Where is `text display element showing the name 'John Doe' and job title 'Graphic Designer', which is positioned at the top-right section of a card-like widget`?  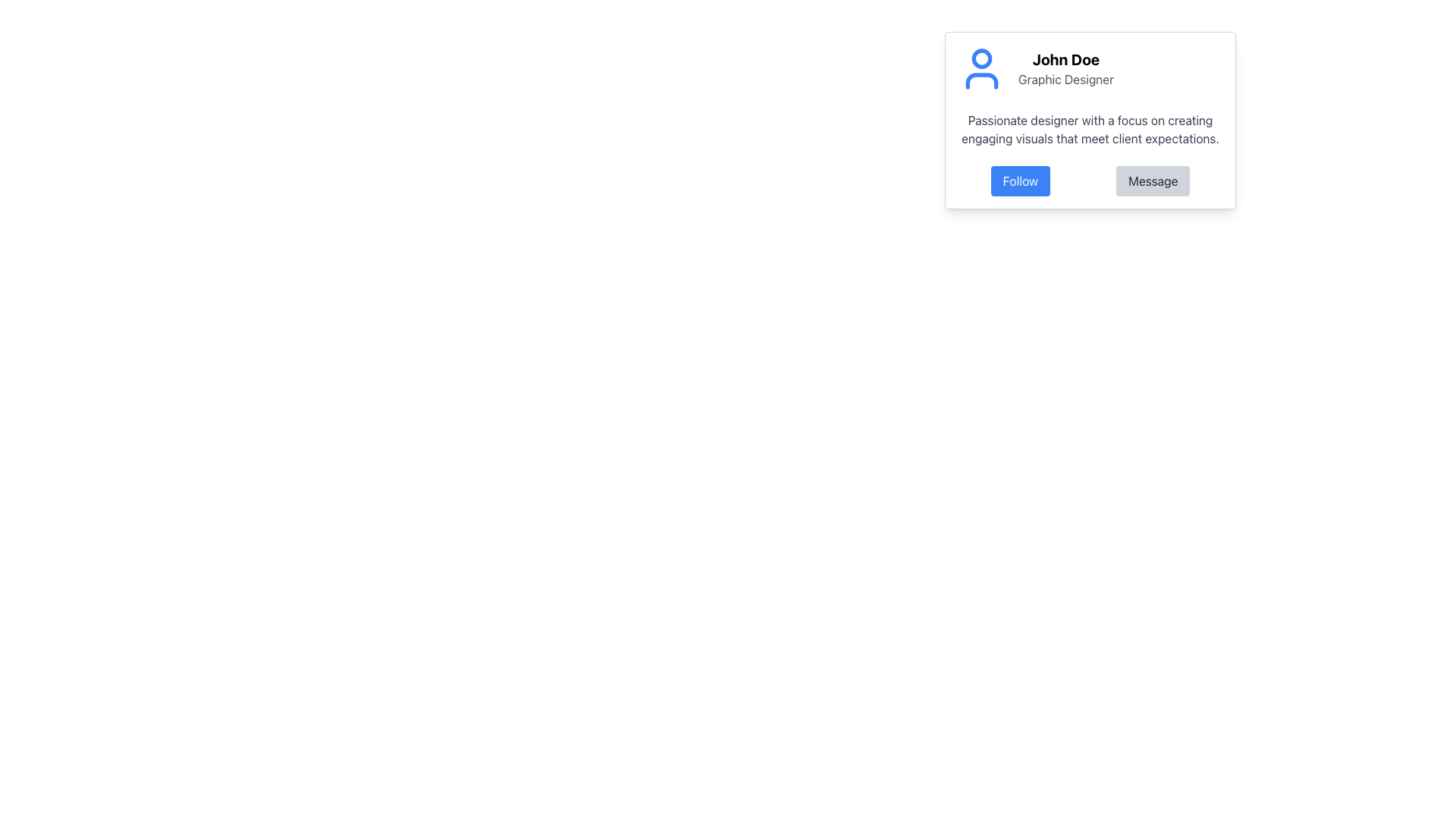 text display element showing the name 'John Doe' and job title 'Graphic Designer', which is positioned at the top-right section of a card-like widget is located at coordinates (1065, 69).